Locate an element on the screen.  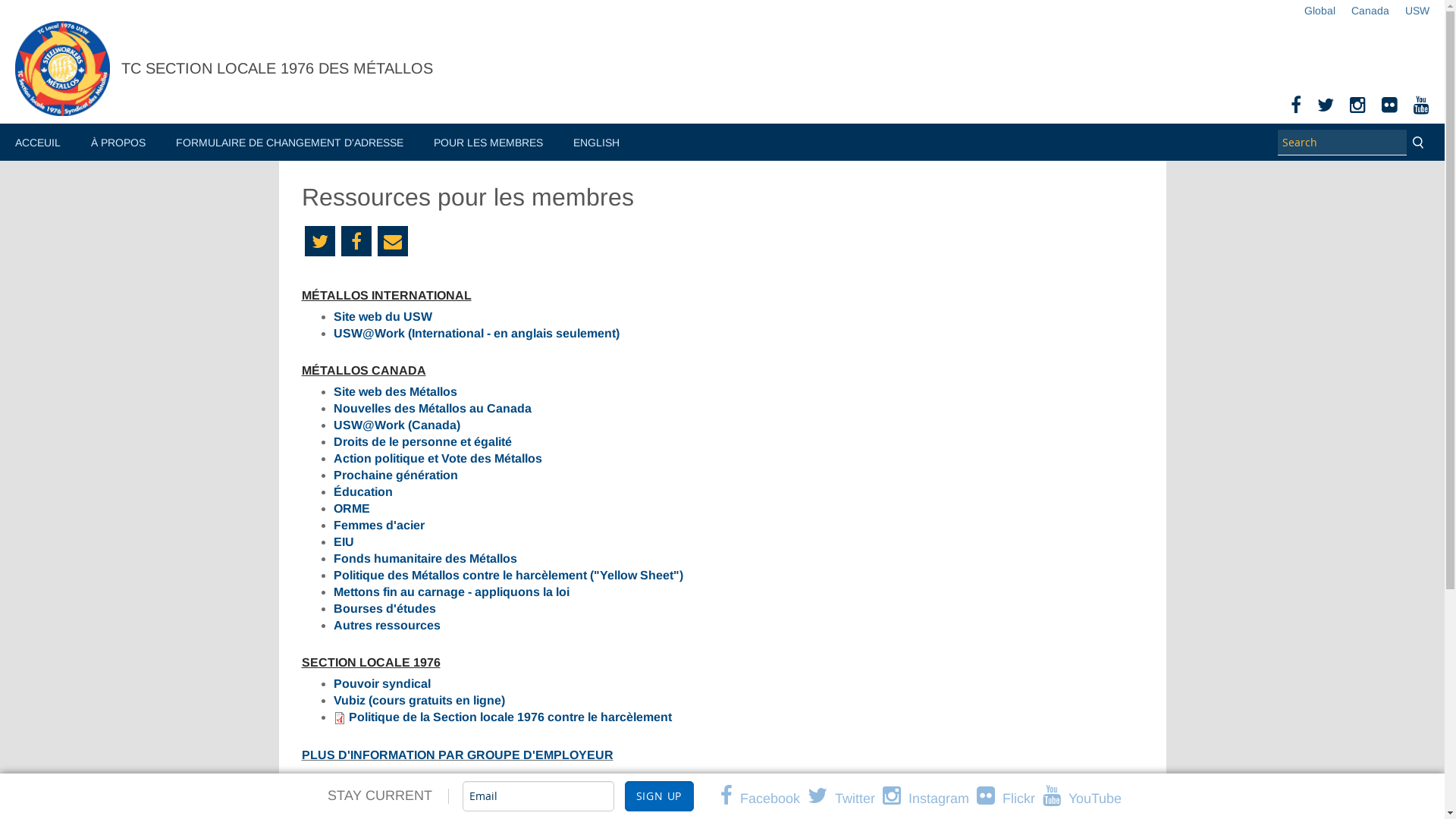
'USW' is located at coordinates (1408, 11).